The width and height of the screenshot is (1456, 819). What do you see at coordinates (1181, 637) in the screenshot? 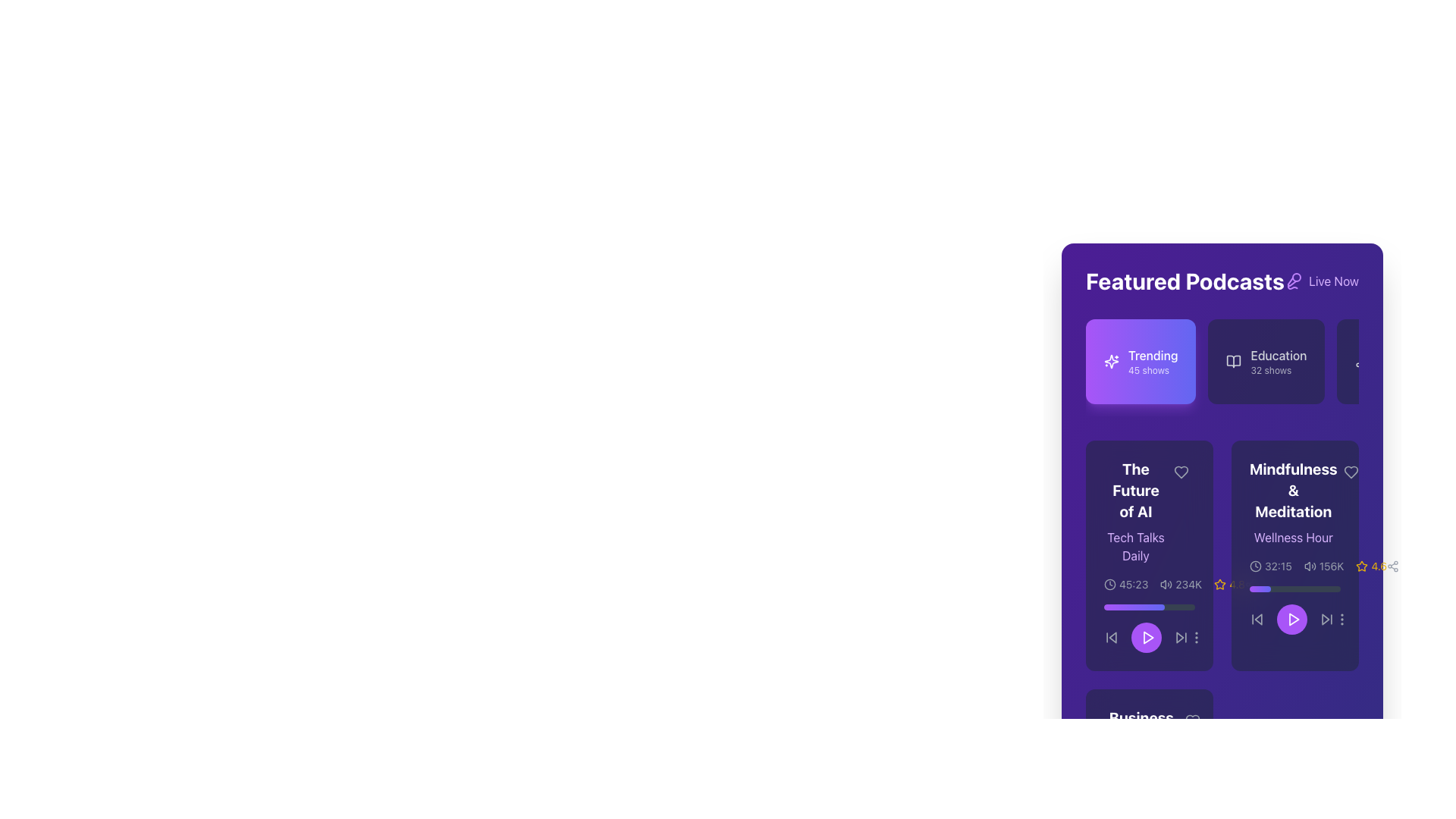
I see `the 'Skip Forward' button` at bounding box center [1181, 637].